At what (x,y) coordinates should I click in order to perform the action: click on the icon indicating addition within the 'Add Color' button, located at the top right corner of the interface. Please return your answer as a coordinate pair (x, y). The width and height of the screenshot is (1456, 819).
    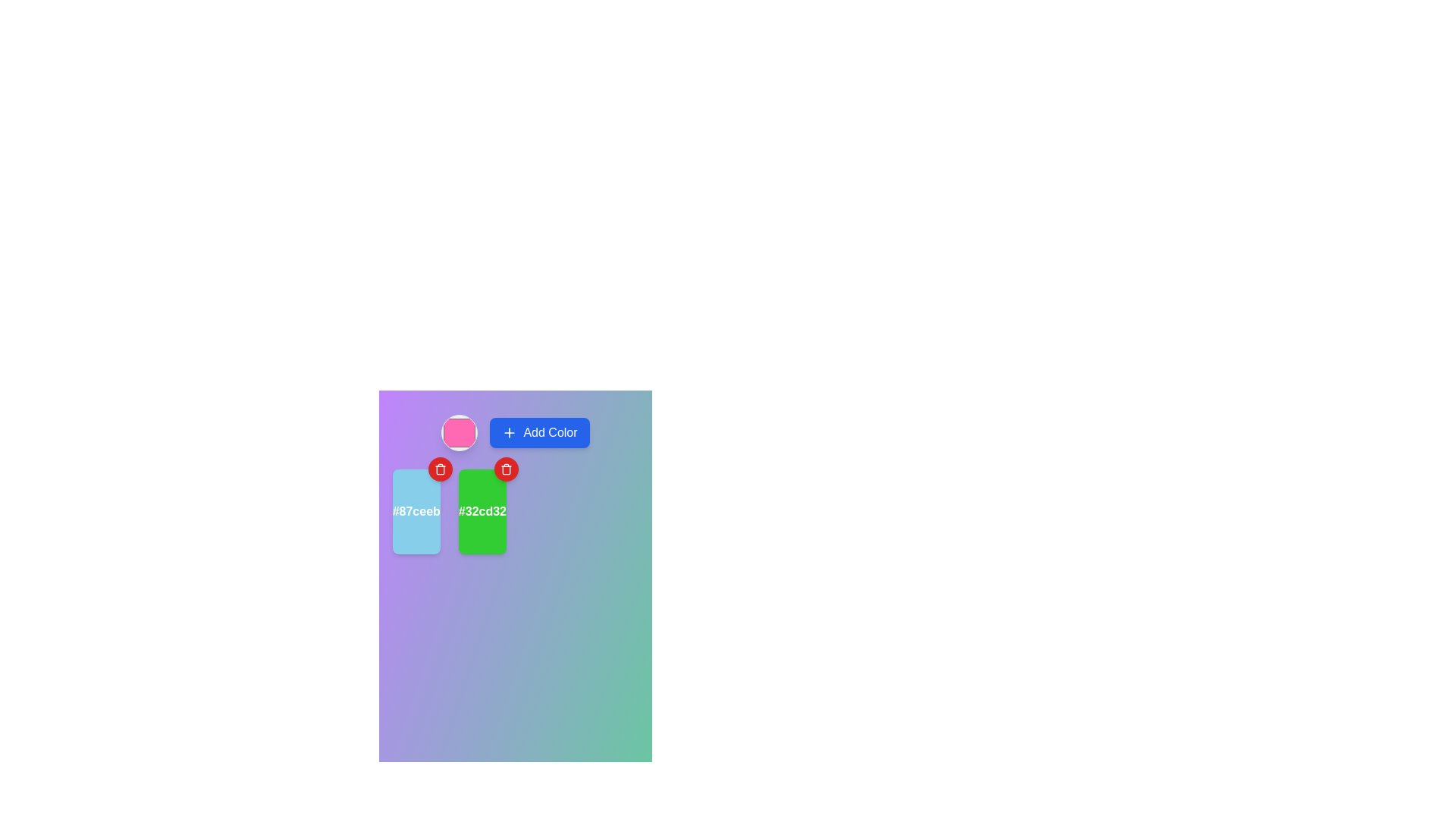
    Looking at the image, I should click on (510, 432).